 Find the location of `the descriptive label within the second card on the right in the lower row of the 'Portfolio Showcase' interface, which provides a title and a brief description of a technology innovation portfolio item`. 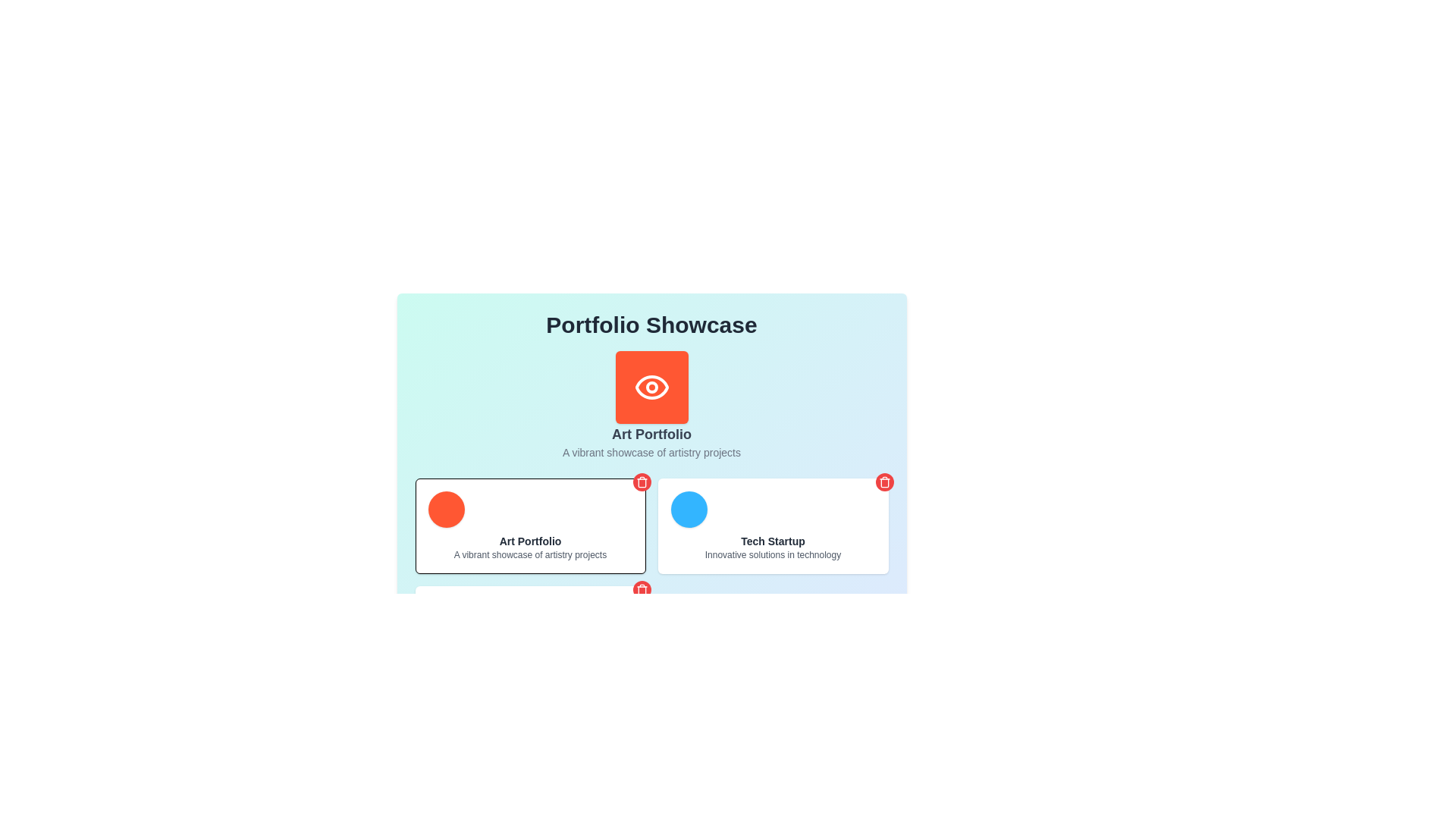

the descriptive label within the second card on the right in the lower row of the 'Portfolio Showcase' interface, which provides a title and a brief description of a technology innovation portfolio item is located at coordinates (773, 547).